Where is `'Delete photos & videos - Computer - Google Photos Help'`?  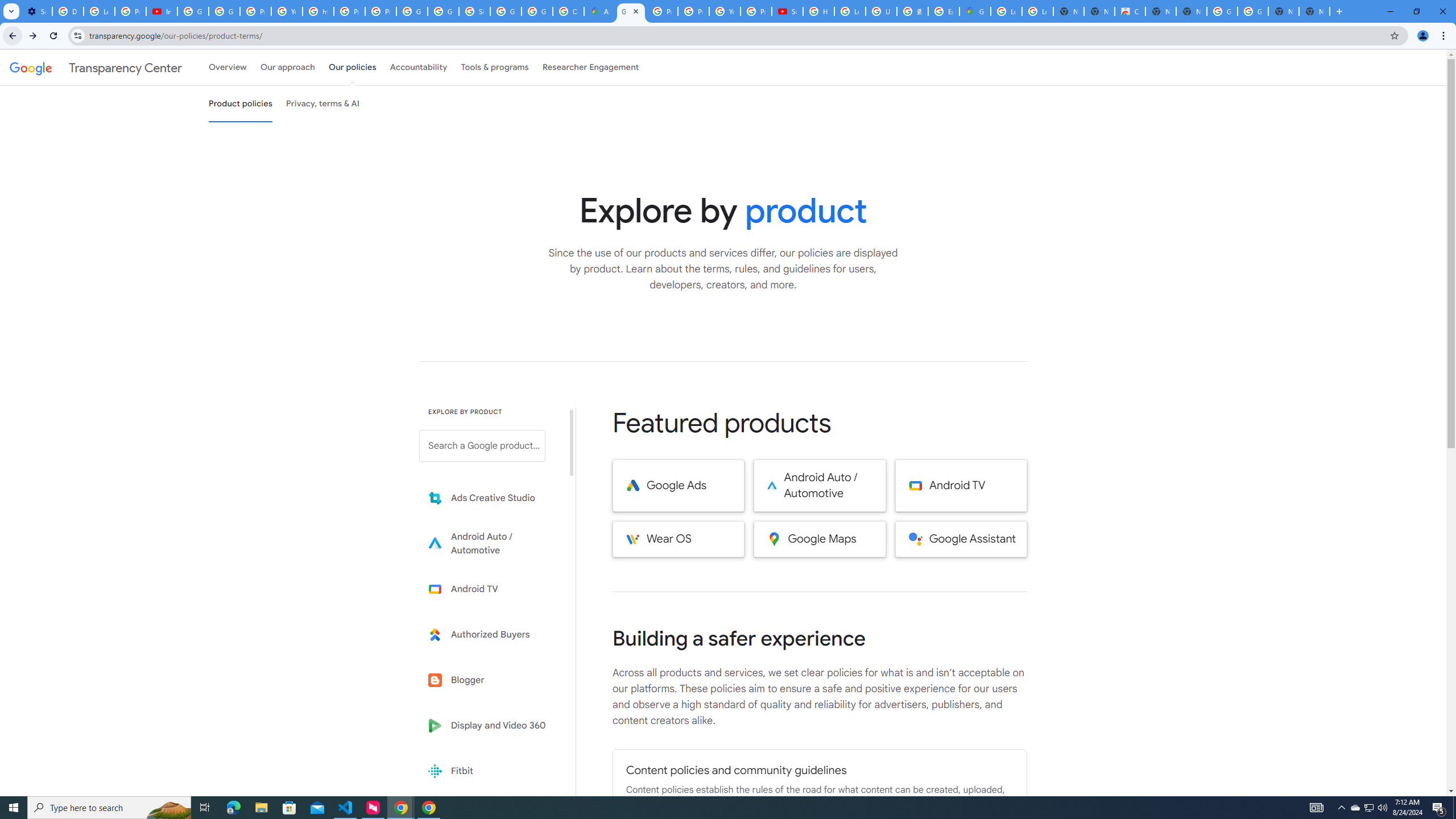
'Delete photos & videos - Computer - Google Photos Help' is located at coordinates (67, 11).